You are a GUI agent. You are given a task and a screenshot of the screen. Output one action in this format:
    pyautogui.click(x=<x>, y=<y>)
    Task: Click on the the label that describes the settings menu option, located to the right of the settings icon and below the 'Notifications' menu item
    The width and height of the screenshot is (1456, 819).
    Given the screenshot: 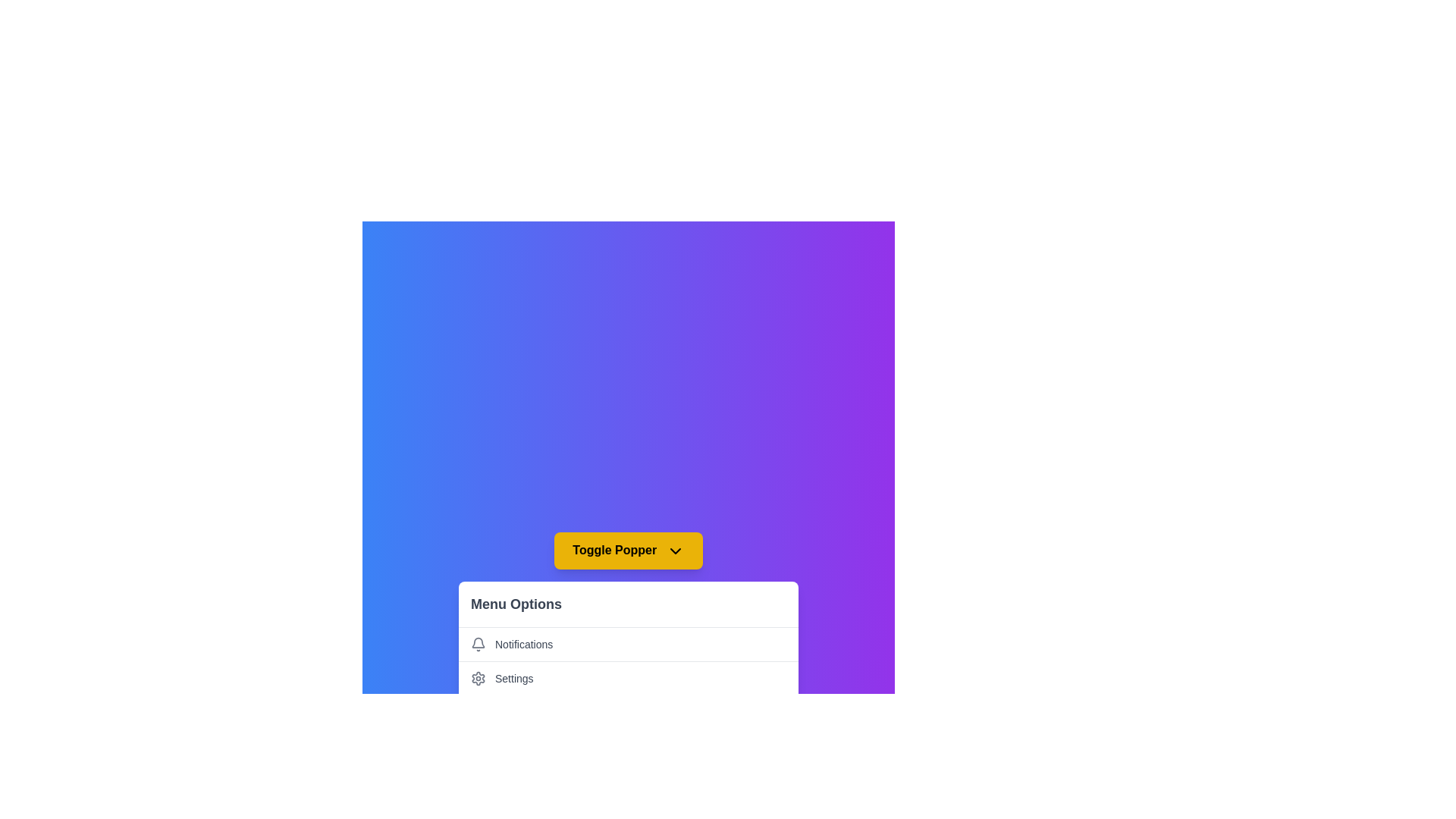 What is the action you would take?
    pyautogui.click(x=514, y=677)
    